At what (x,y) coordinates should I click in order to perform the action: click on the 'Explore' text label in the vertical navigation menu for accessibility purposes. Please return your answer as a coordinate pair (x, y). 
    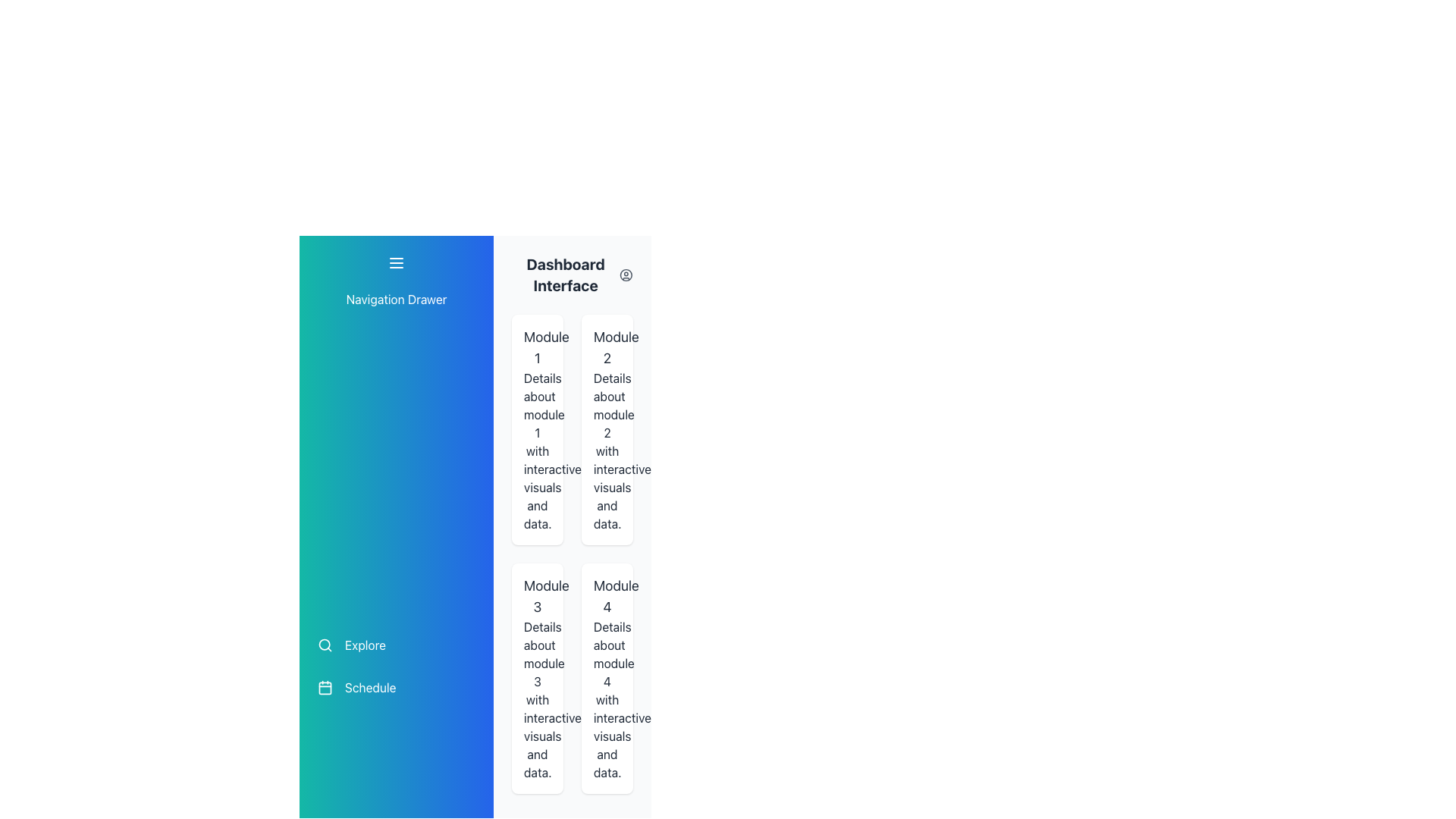
    Looking at the image, I should click on (365, 645).